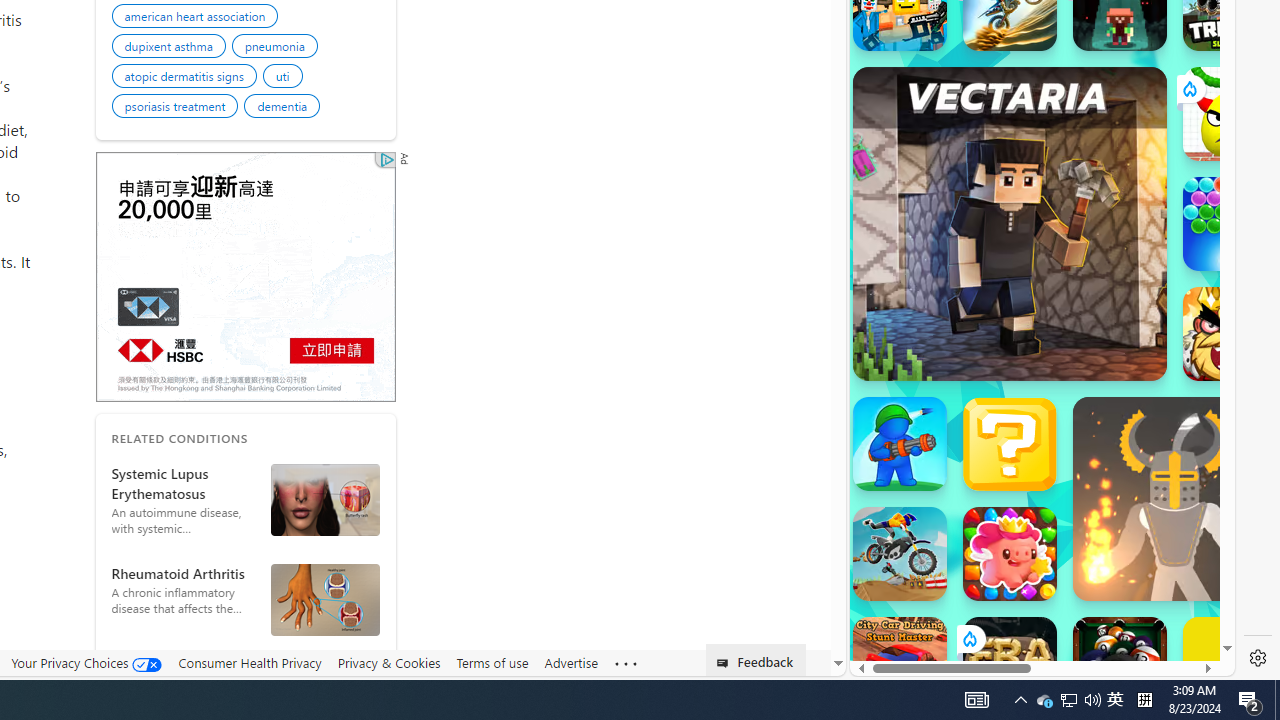 Image resolution: width=1280 pixels, height=720 pixels. Describe the element at coordinates (1175, 497) in the screenshot. I see `'Ragdoll Hit'` at that location.